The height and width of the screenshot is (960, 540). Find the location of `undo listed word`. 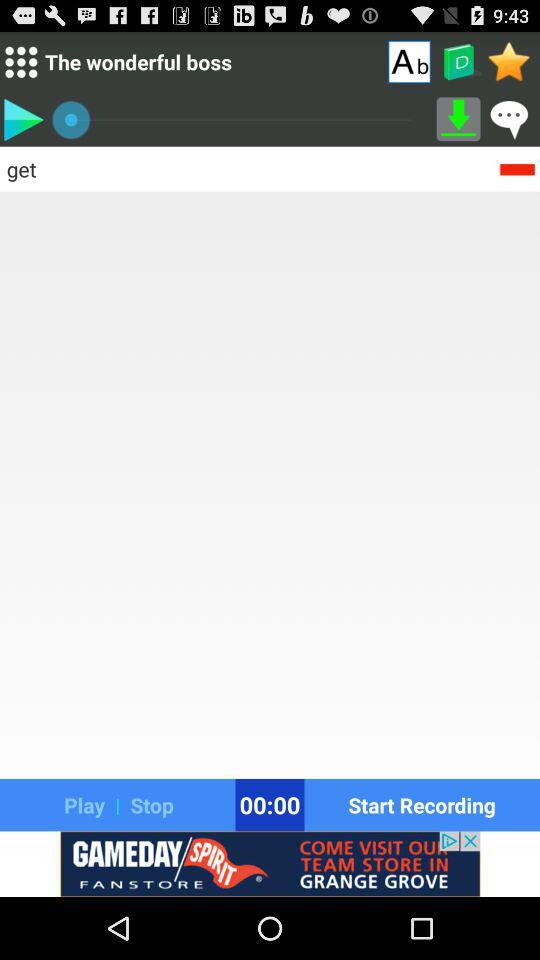

undo listed word is located at coordinates (517, 167).